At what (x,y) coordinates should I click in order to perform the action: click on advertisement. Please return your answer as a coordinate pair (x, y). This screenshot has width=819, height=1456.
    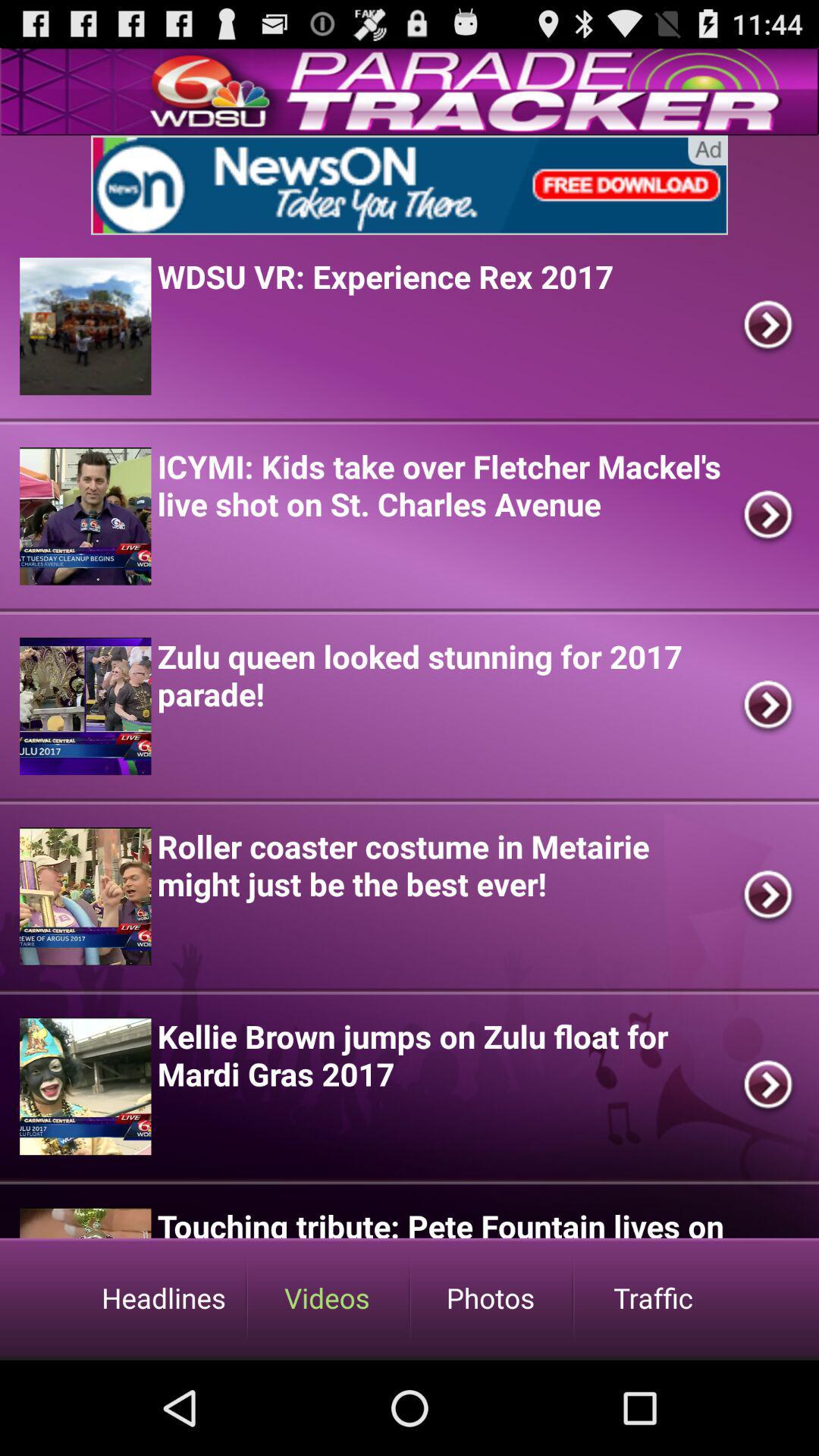
    Looking at the image, I should click on (409, 184).